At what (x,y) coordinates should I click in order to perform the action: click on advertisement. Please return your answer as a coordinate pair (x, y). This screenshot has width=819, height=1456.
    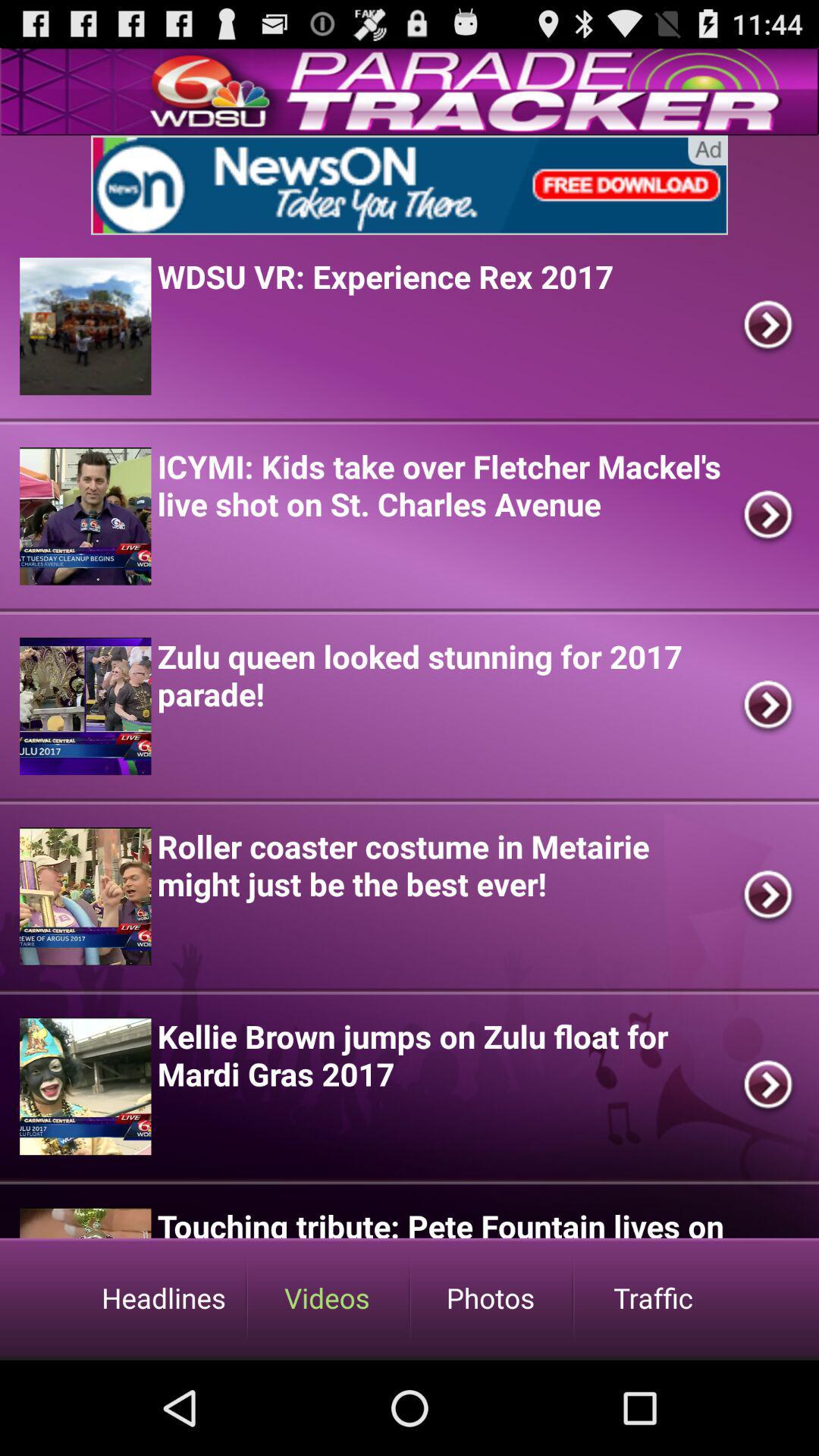
    Looking at the image, I should click on (409, 184).